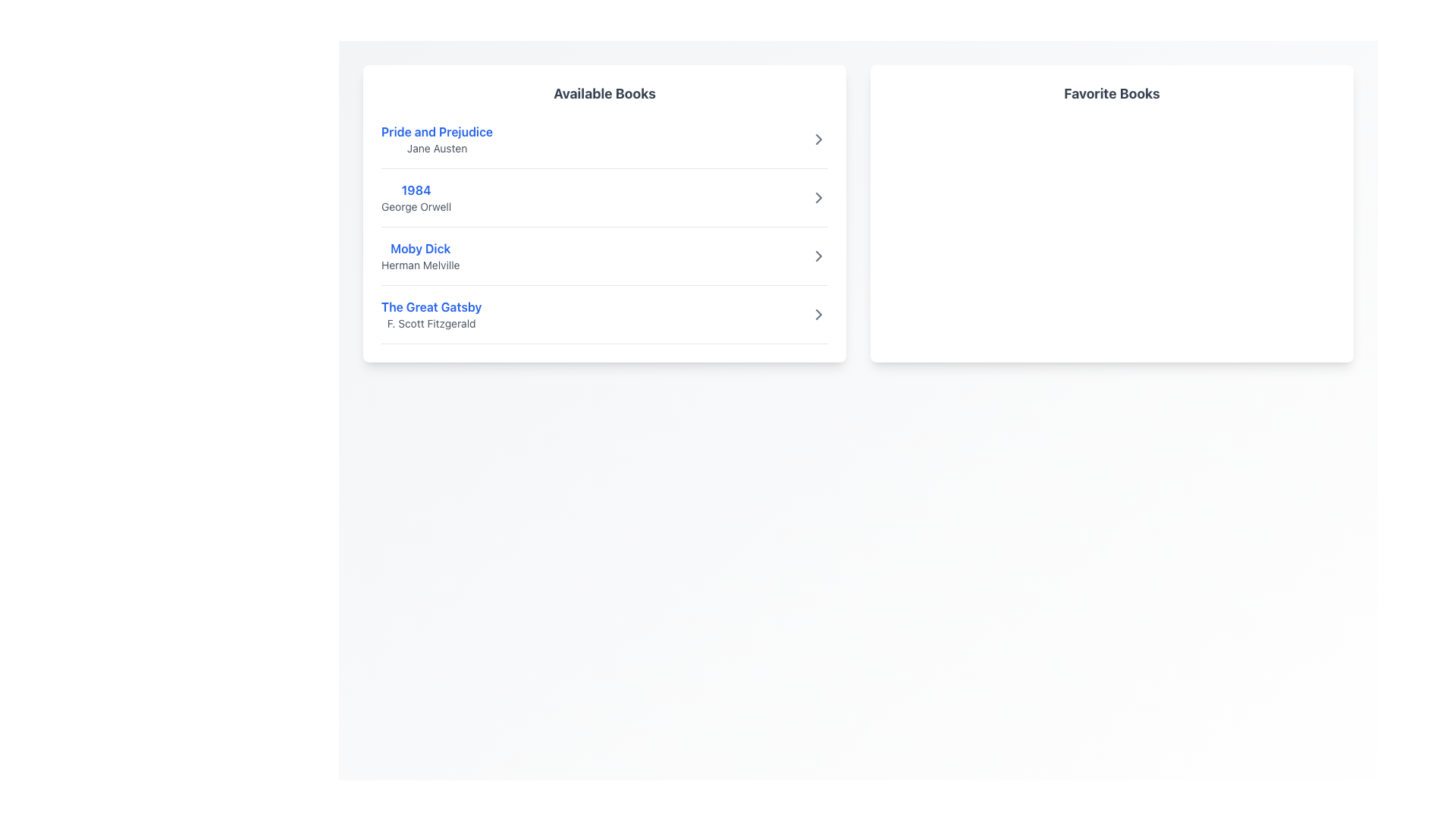 The width and height of the screenshot is (1456, 819). Describe the element at coordinates (431, 314) in the screenshot. I see `the text label displaying 'The Great Gatsby' by F. Scott Fitzgerald, located in the 'Available Books' section as the fourth item in the list` at that location.